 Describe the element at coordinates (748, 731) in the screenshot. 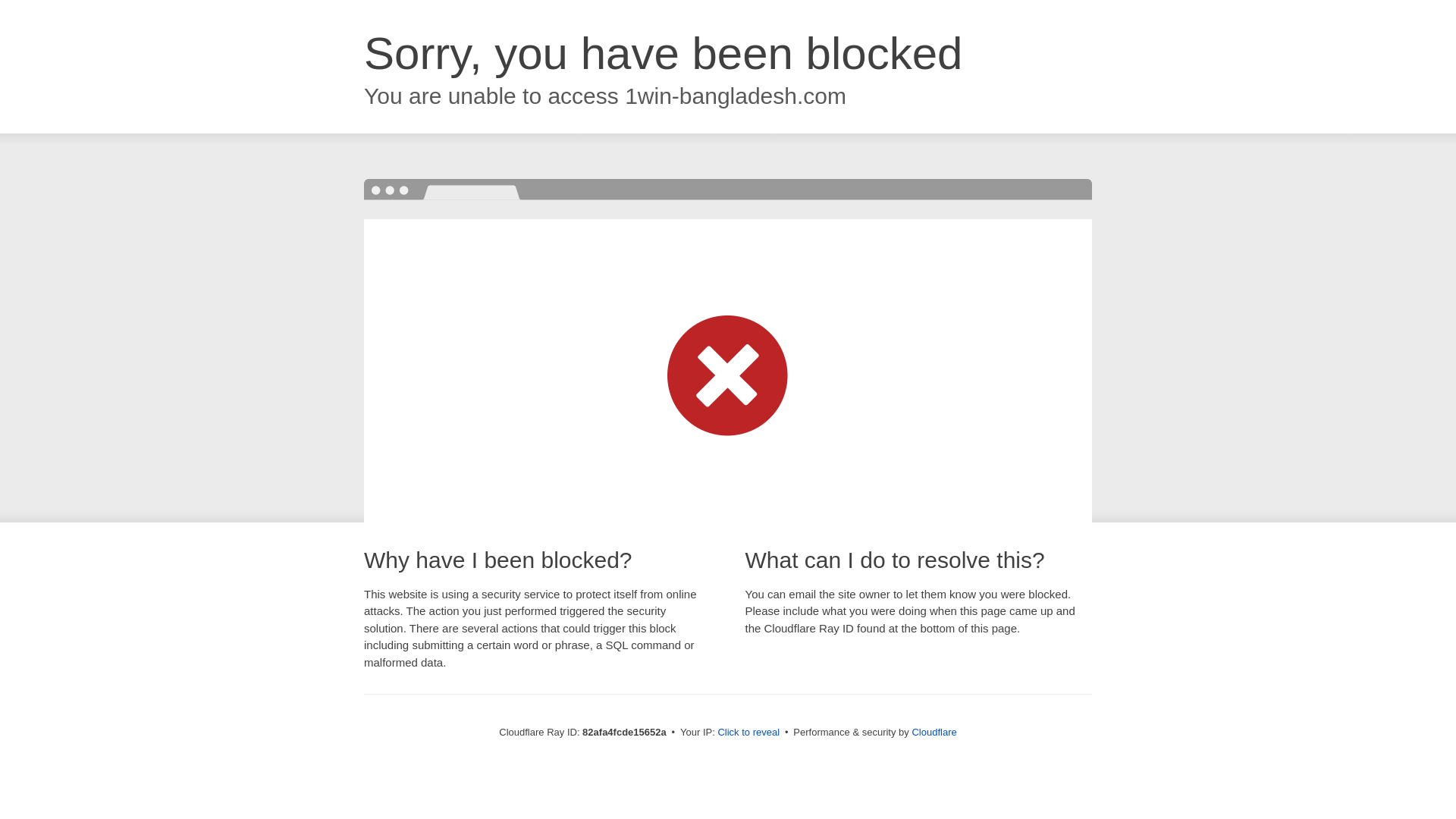

I see `'Click to reveal'` at that location.